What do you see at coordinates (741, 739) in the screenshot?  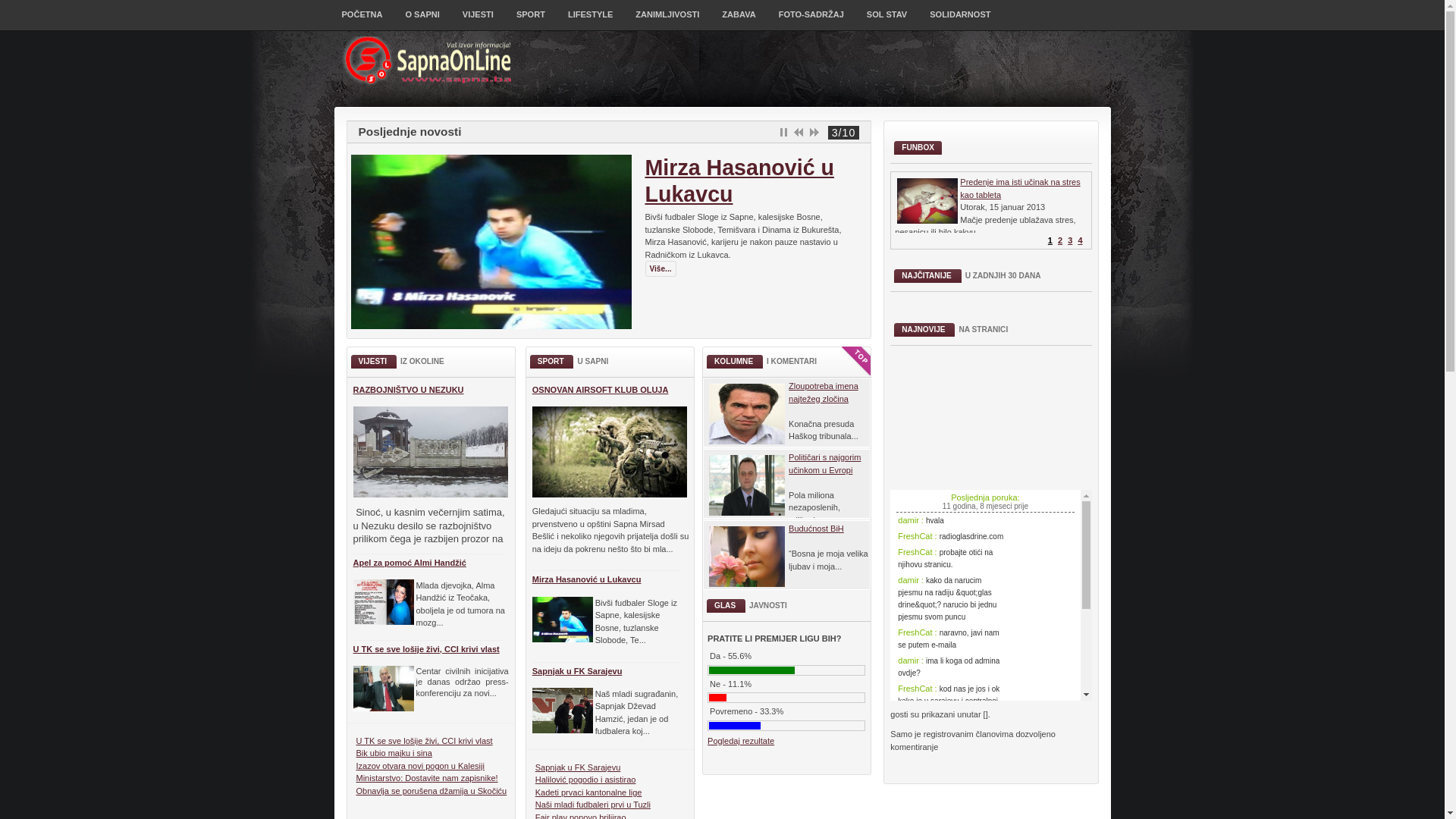 I see `'Pogledaj rezultate'` at bounding box center [741, 739].